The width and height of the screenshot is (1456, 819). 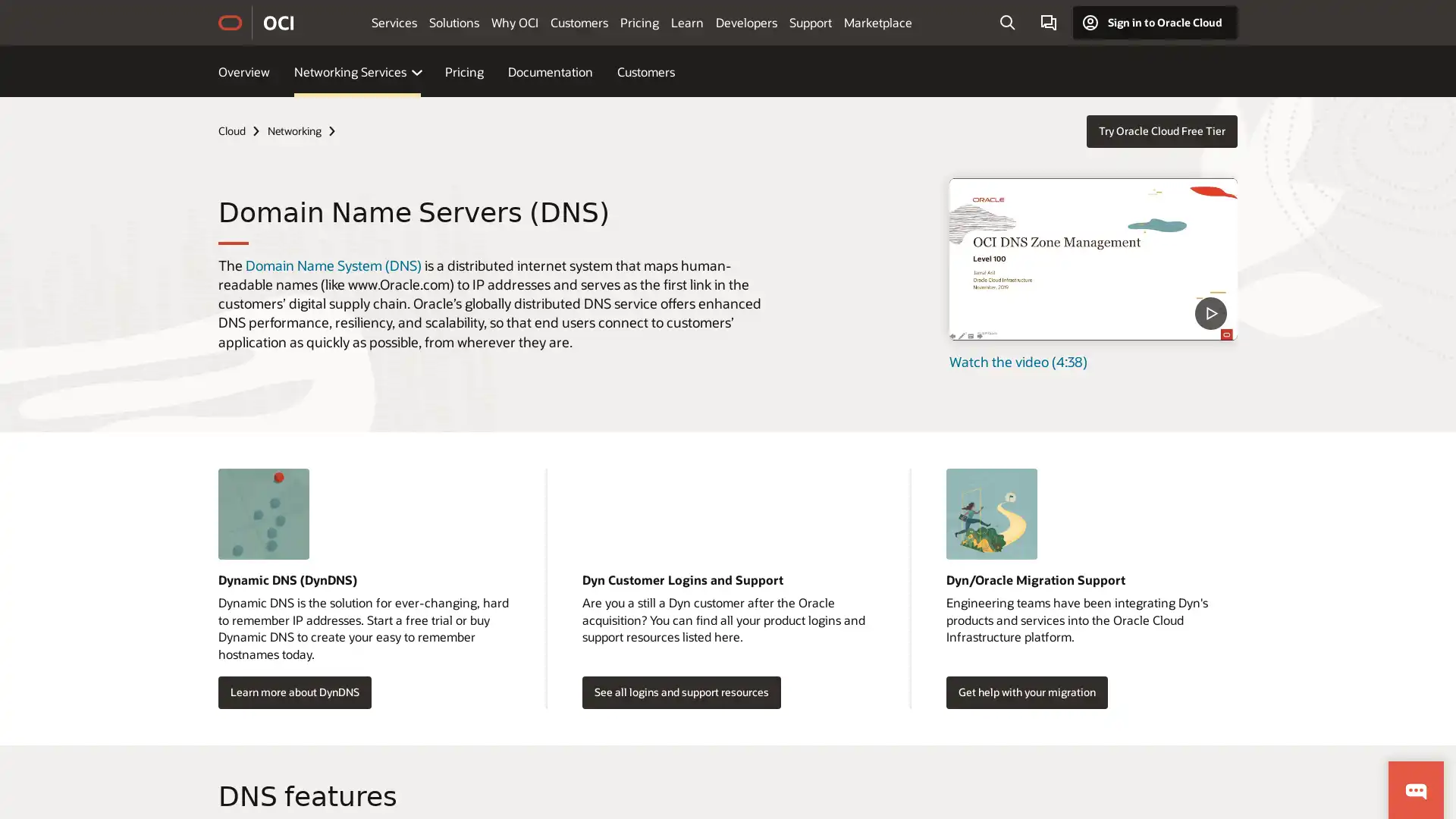 What do you see at coordinates (578, 22) in the screenshot?
I see `Customers` at bounding box center [578, 22].